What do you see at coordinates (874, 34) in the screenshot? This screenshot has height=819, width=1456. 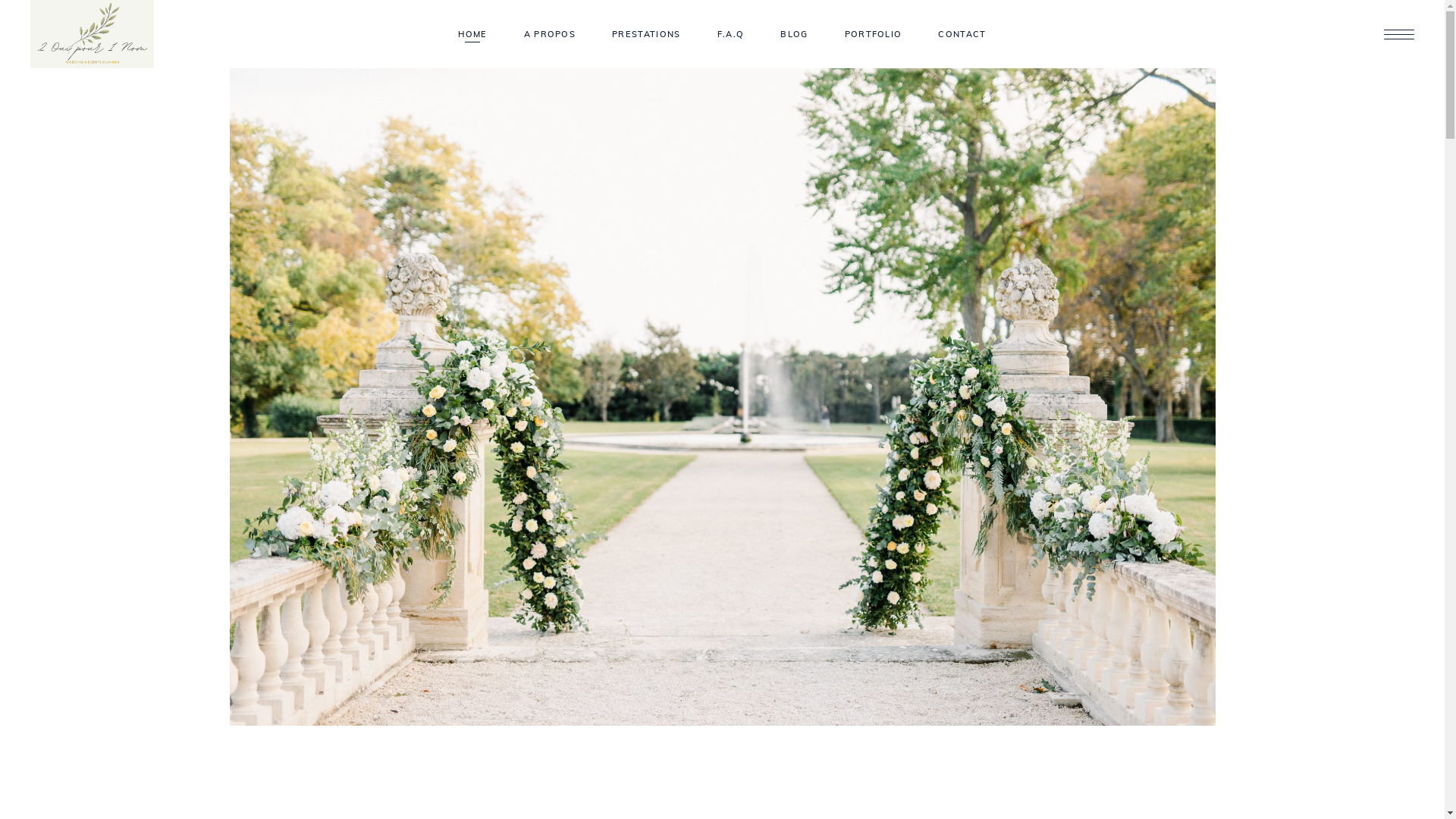 I see `'PORTFOLIO'` at bounding box center [874, 34].